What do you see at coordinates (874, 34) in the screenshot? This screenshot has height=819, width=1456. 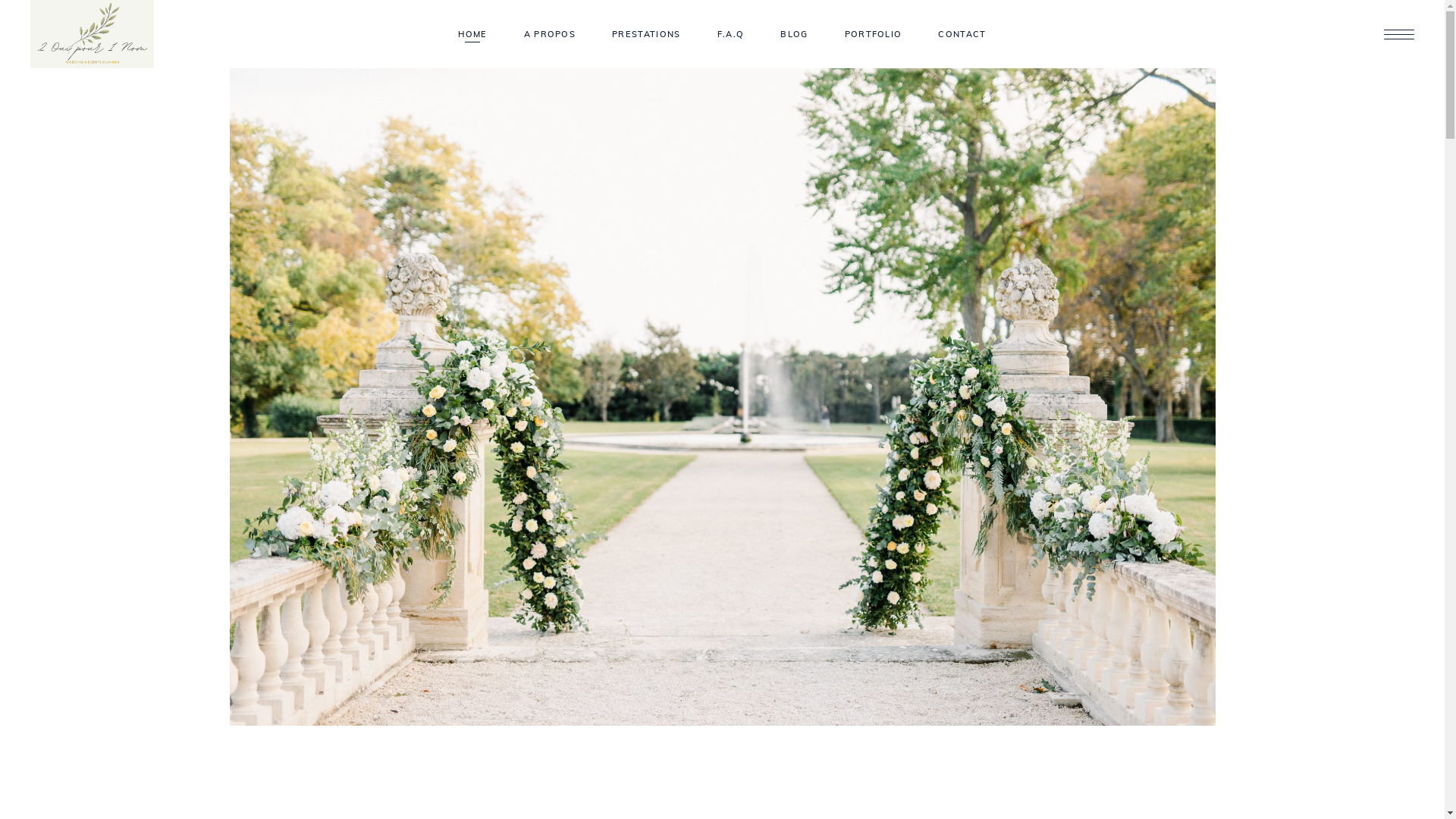 I see `'PORTFOLIO'` at bounding box center [874, 34].